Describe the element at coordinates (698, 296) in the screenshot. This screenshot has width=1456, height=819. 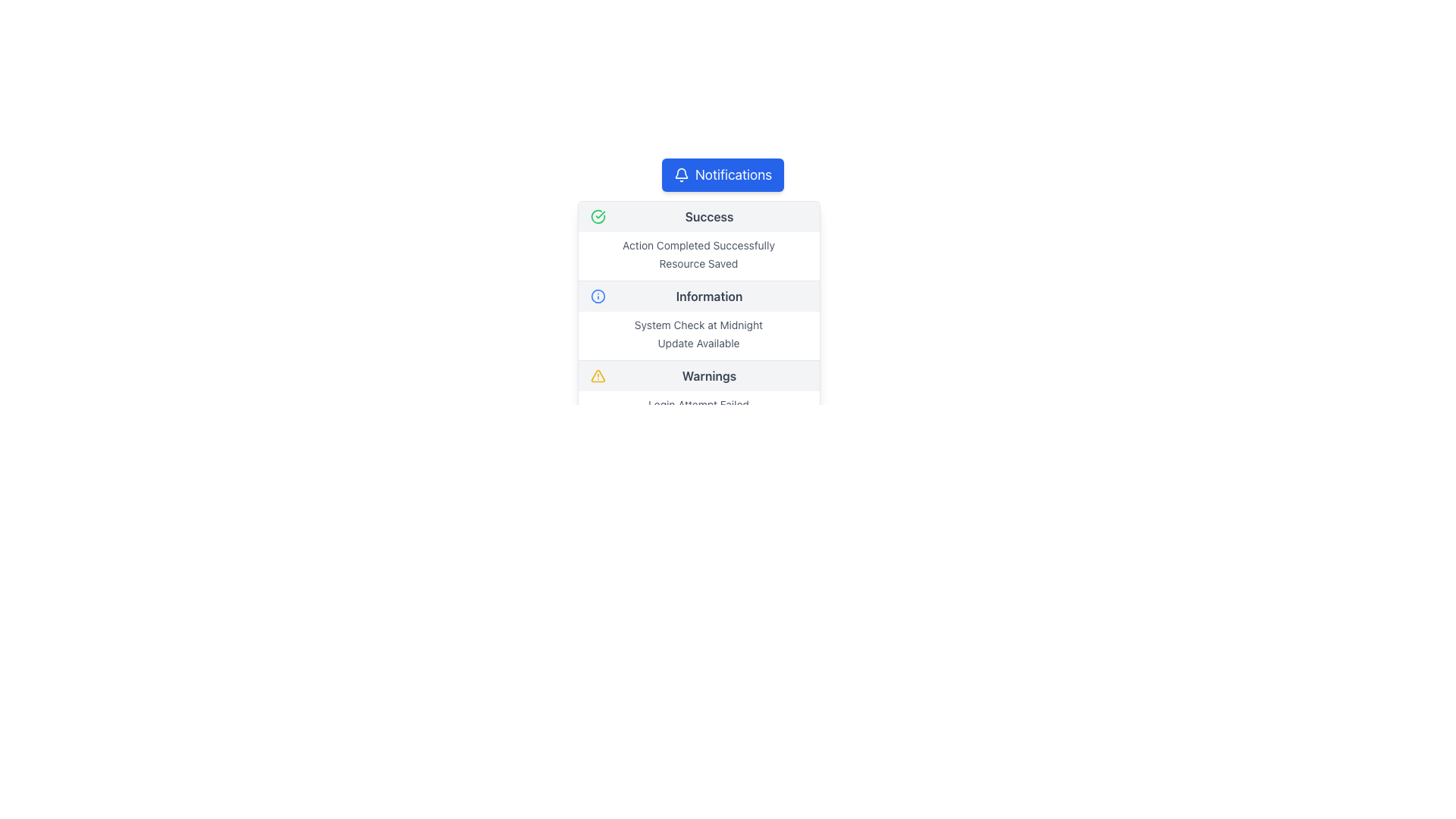
I see `the blue circular icon with an 'i' symbol and the bold text 'Information' in the notifications panel, which is the second item listed under notifications` at that location.